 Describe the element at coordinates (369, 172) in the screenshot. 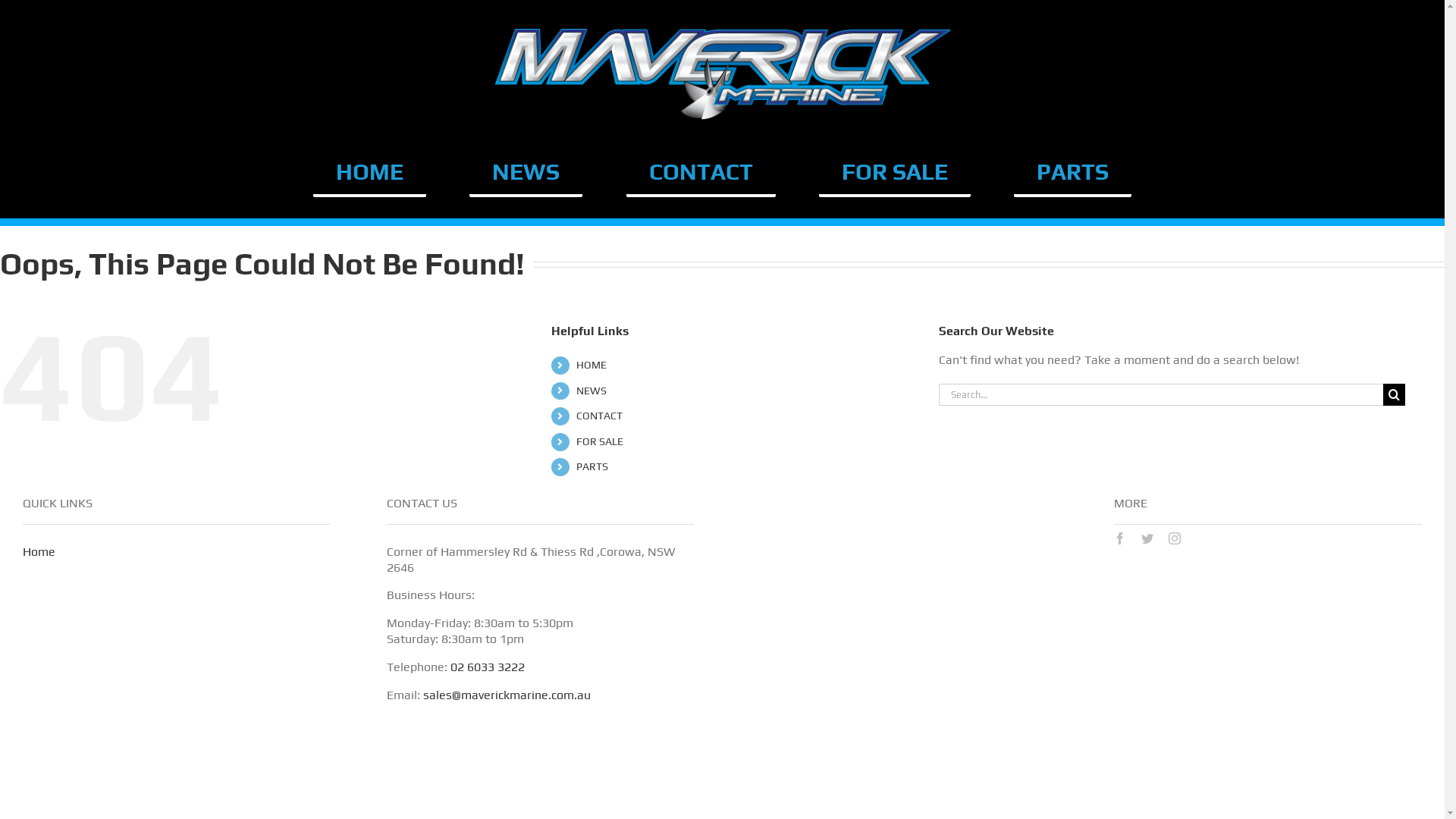

I see `'HOME'` at that location.